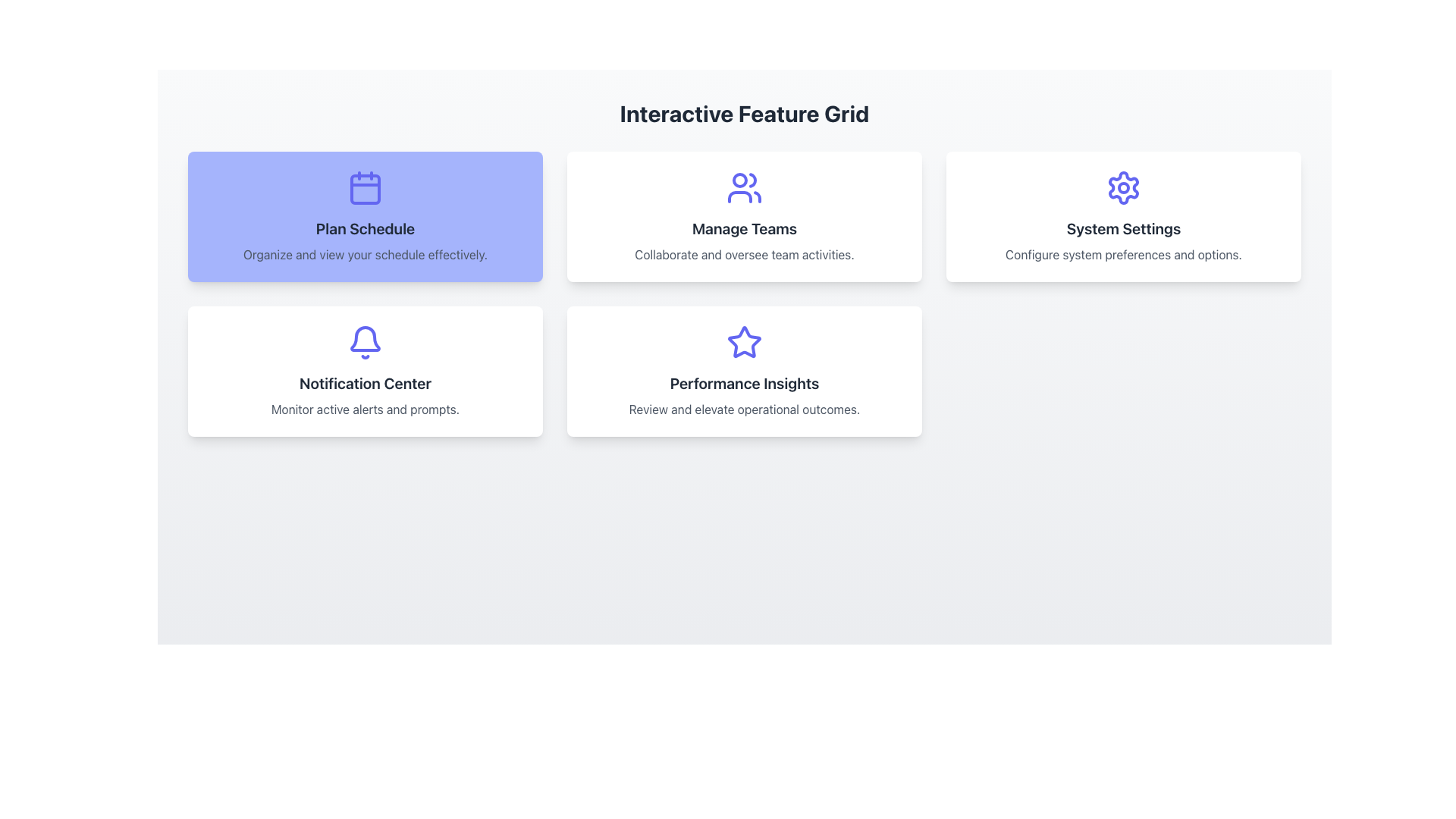 Image resolution: width=1456 pixels, height=819 pixels. Describe the element at coordinates (745, 113) in the screenshot. I see `the header text element which is located at the top-center of the interface, serving as the title for the section` at that location.